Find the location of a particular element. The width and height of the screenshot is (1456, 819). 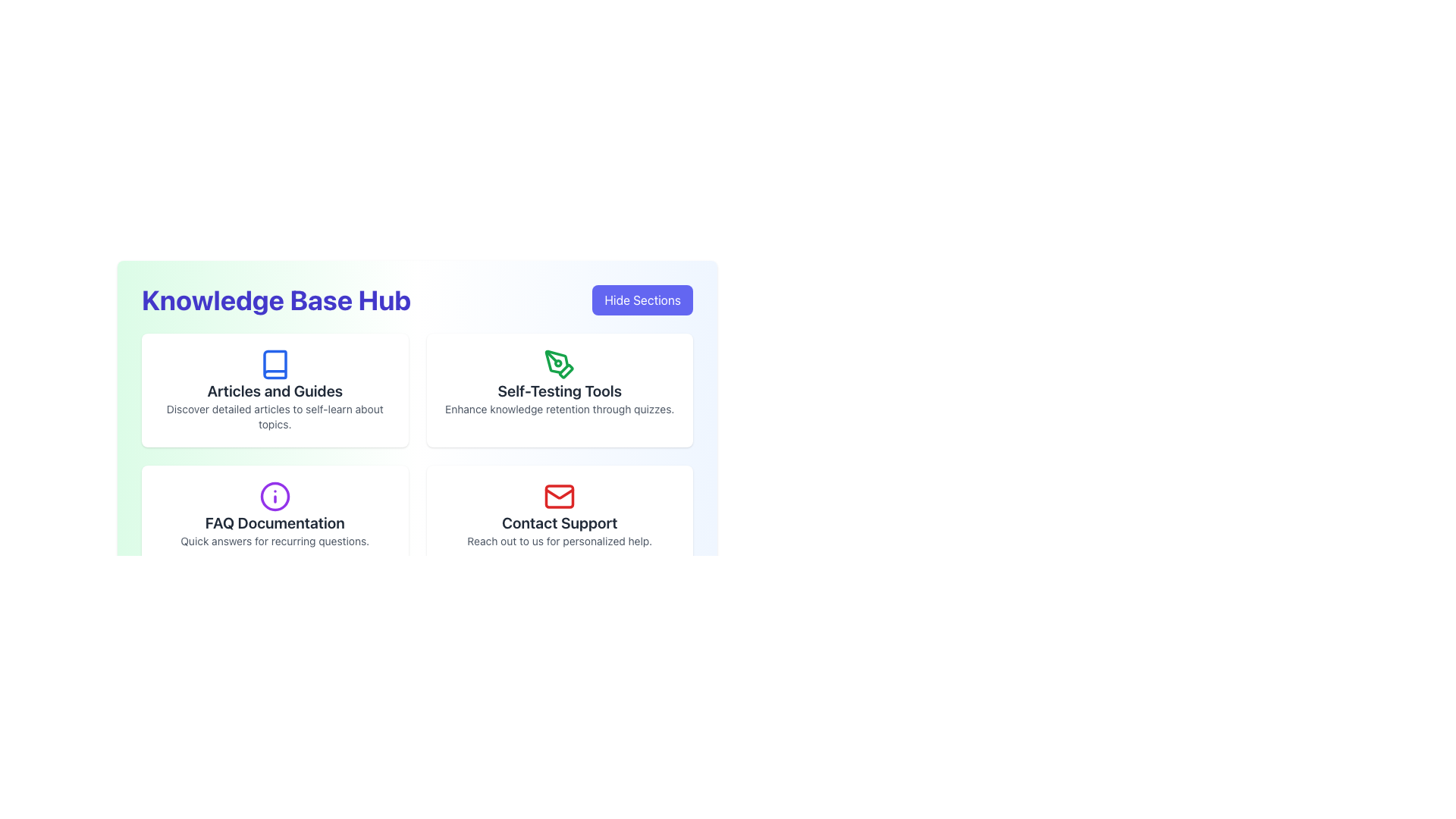

the Information Card located in the bottom-left quarter of the grid layout is located at coordinates (275, 513).